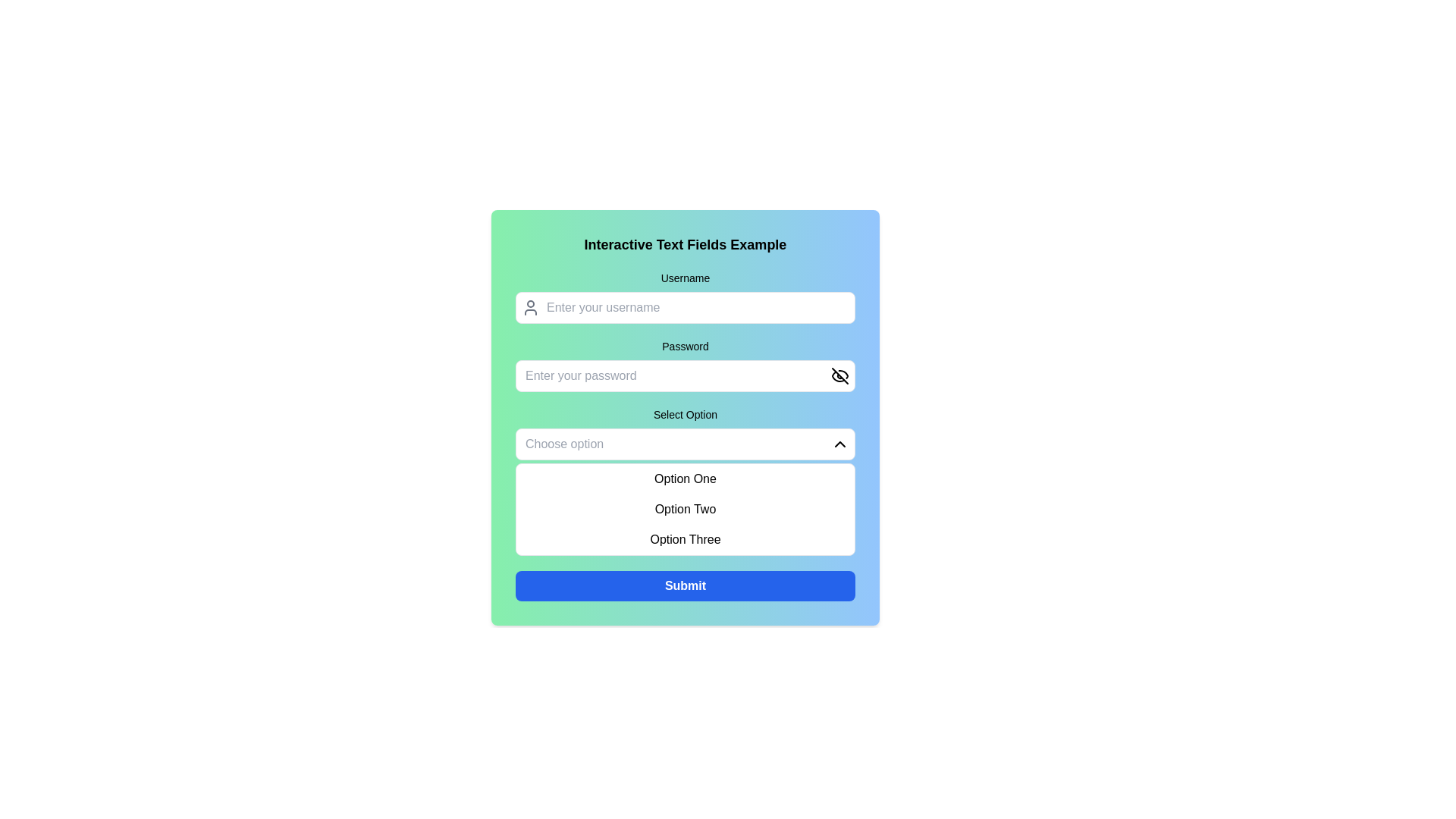 This screenshot has height=819, width=1456. Describe the element at coordinates (839, 375) in the screenshot. I see `the visibility toggle button located at the far right of the password input field` at that location.